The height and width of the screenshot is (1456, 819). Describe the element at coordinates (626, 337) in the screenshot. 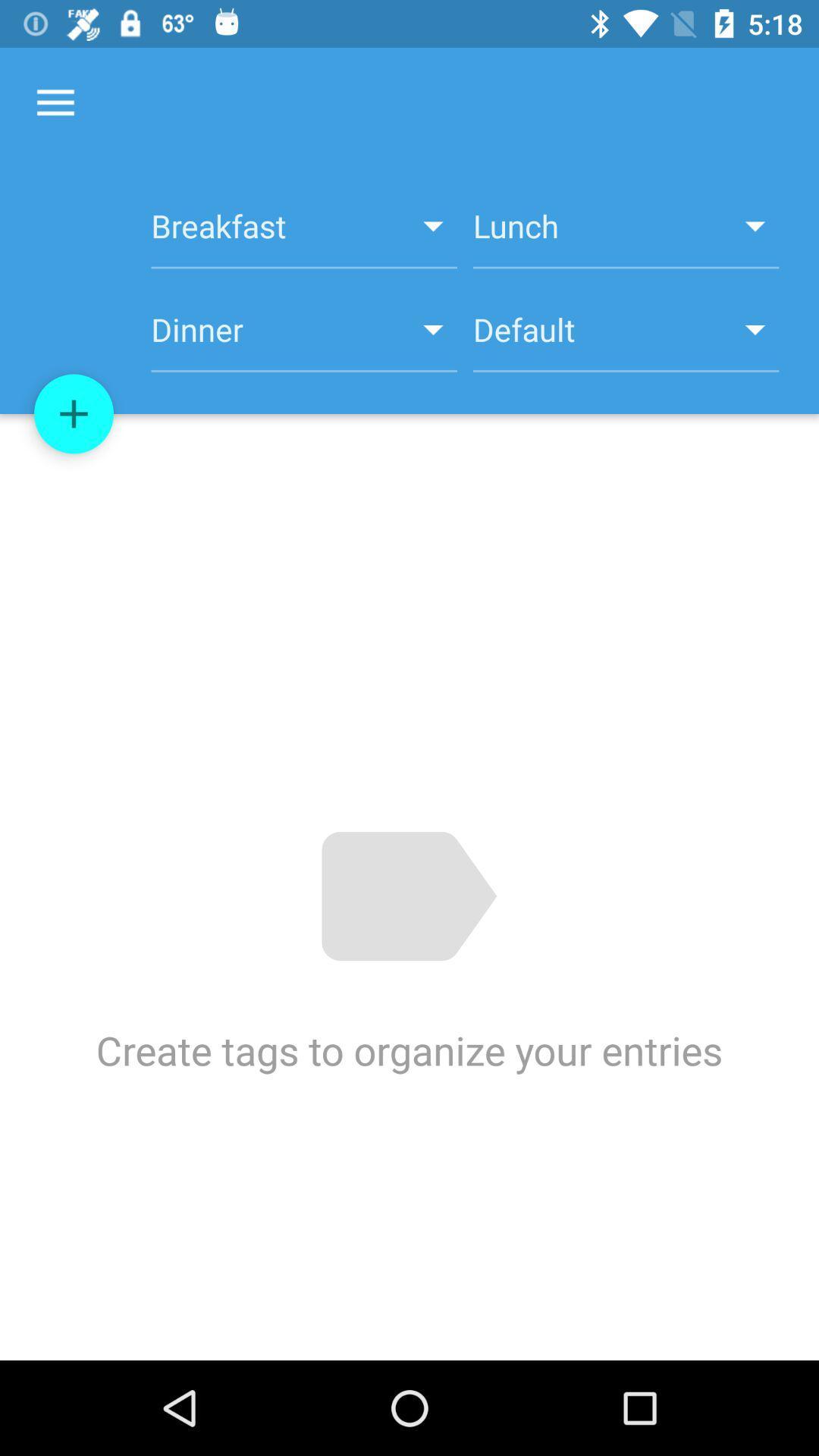

I see `the item below breakfast` at that location.